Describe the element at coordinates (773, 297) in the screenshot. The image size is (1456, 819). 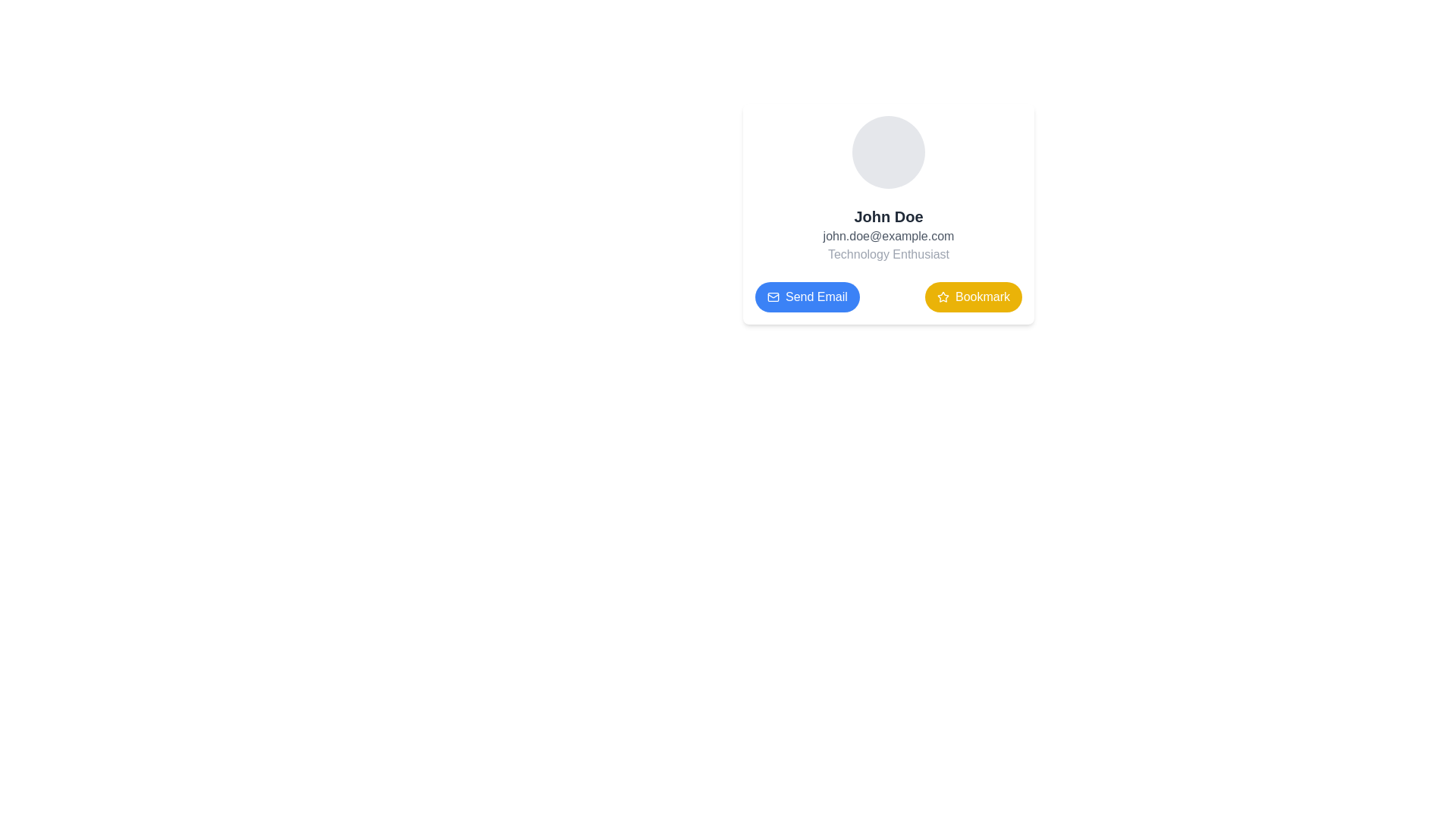
I see `the mail envelope icon located on the left side inside the 'Send Email' button at the bottom-left of the user profile card` at that location.